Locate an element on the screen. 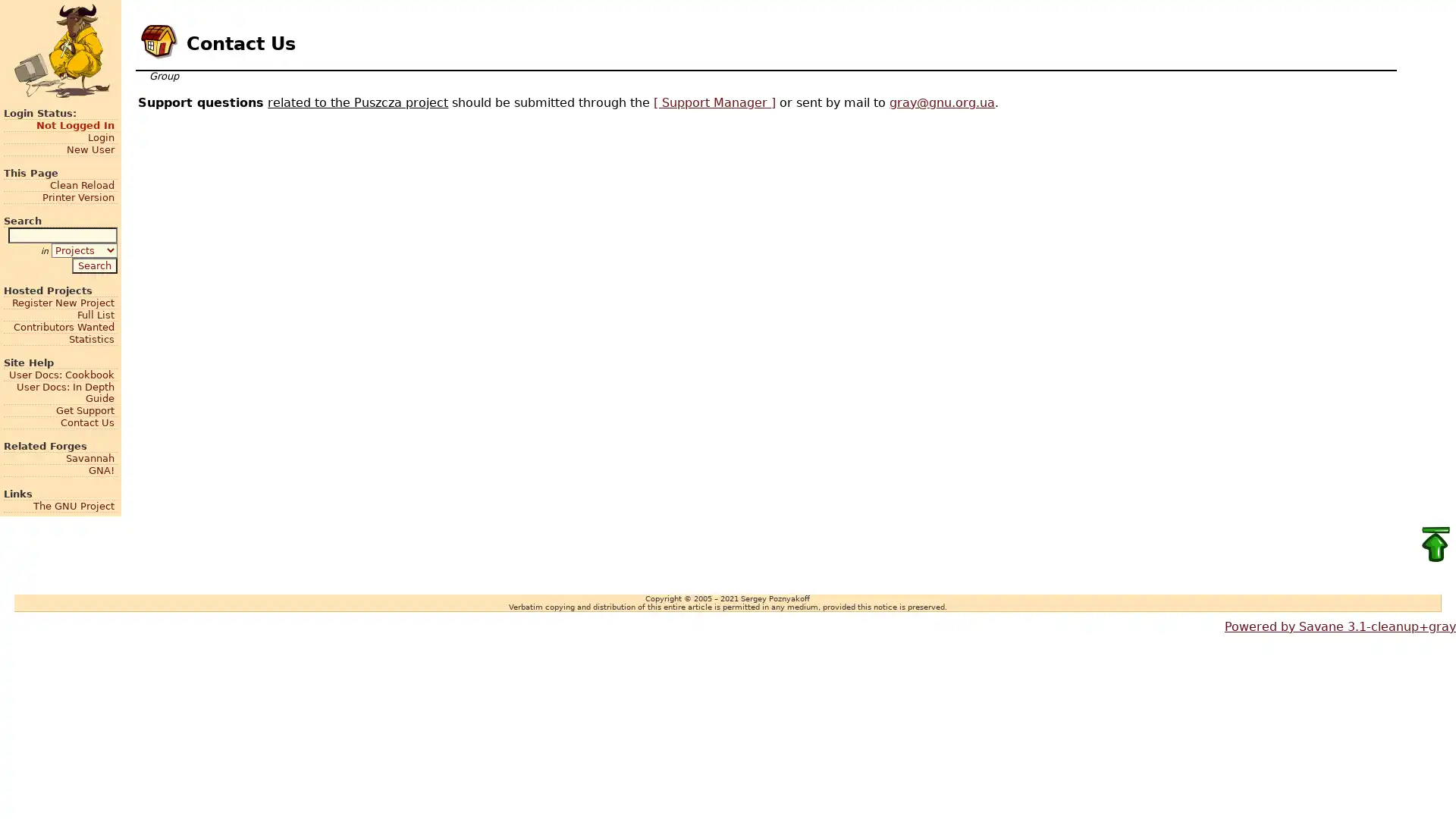 Image resolution: width=1456 pixels, height=819 pixels. Search is located at coordinates (93, 264).